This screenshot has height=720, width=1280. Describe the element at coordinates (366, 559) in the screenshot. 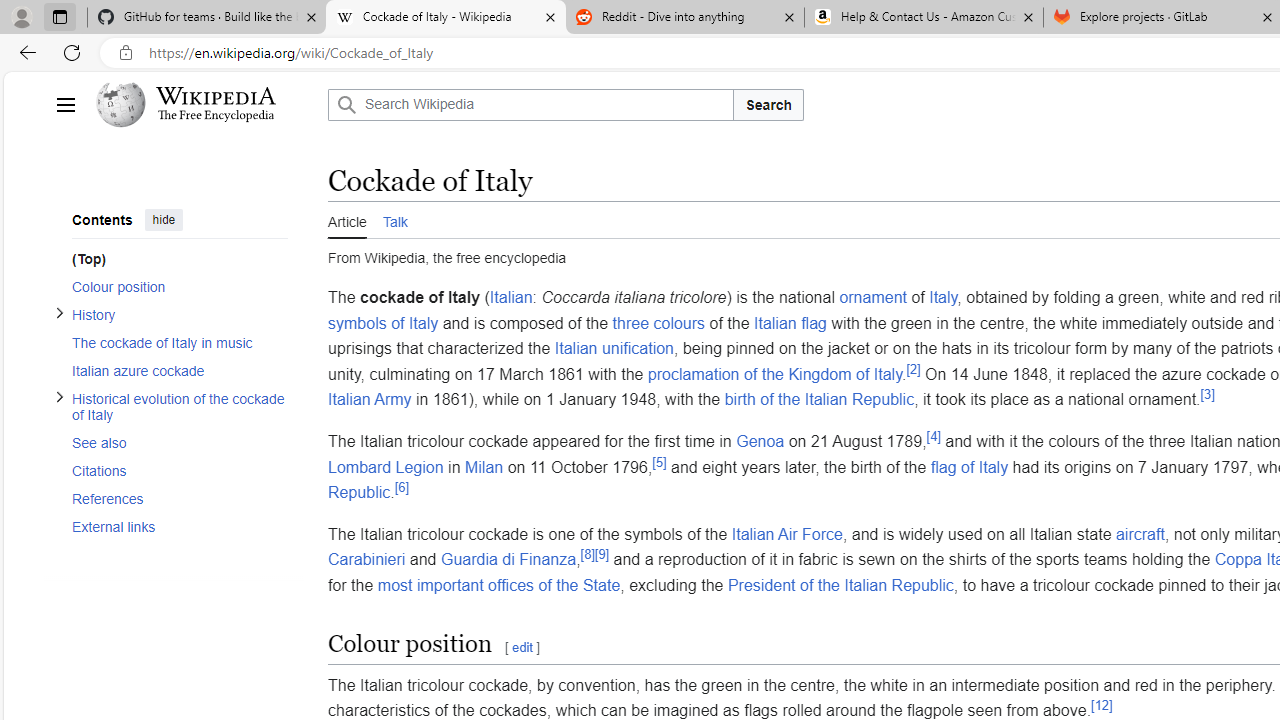

I see `'Carabinieri'` at that location.